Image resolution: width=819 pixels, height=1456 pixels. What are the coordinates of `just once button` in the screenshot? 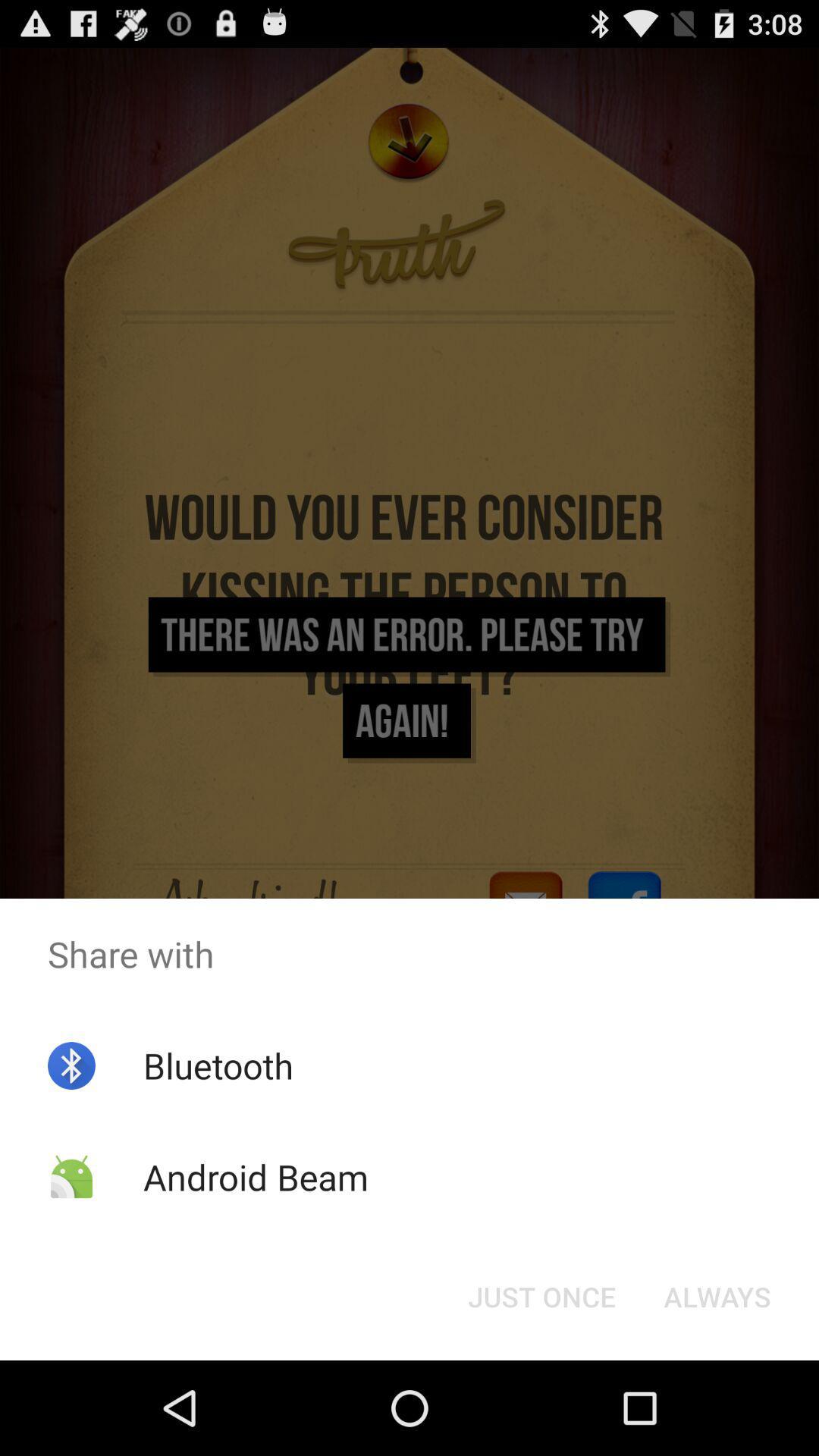 It's located at (541, 1295).